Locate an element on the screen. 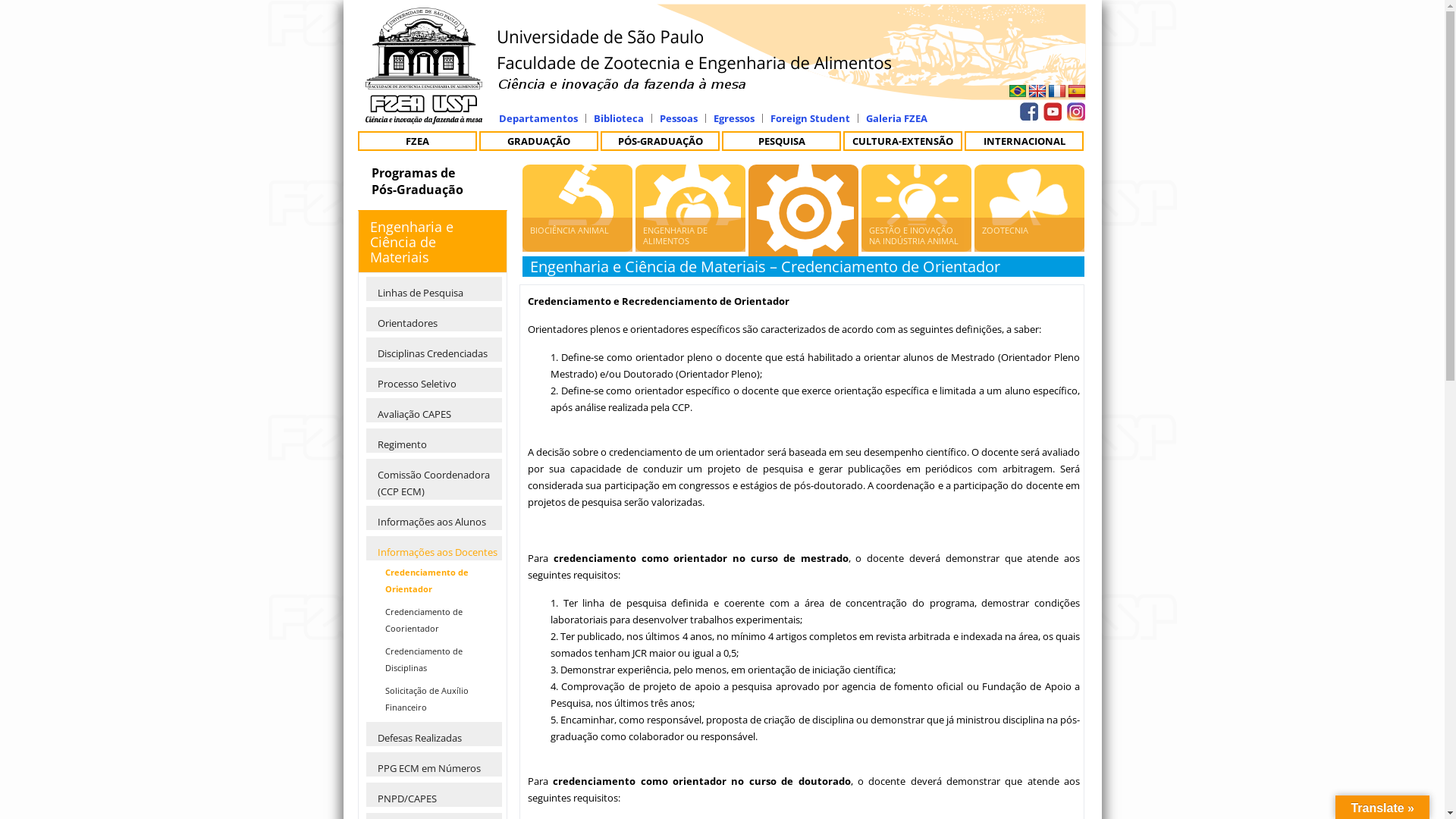  'French' is located at coordinates (1056, 90).